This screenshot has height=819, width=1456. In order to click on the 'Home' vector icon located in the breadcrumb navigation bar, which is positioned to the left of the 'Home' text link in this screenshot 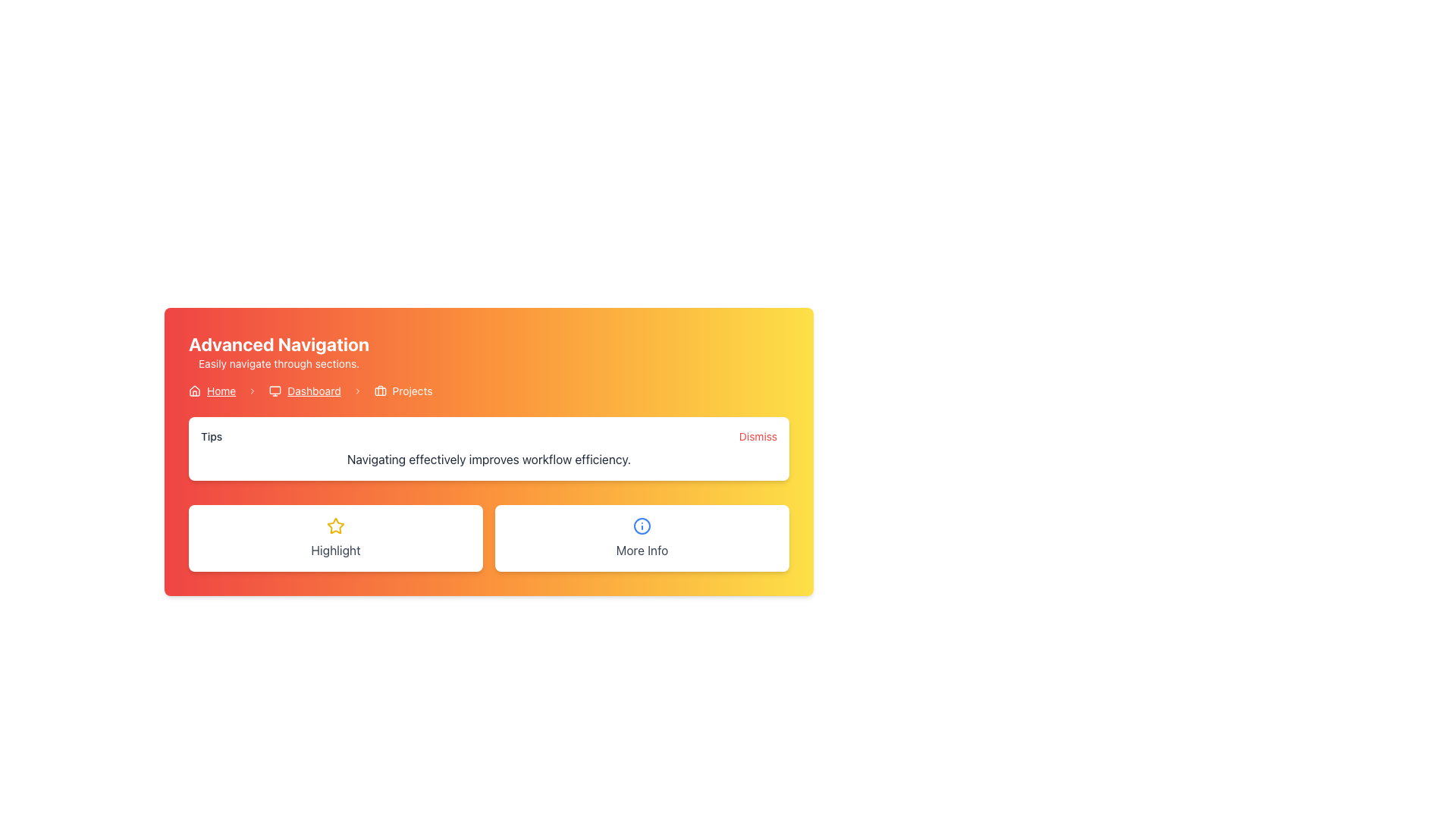, I will do `click(194, 391)`.